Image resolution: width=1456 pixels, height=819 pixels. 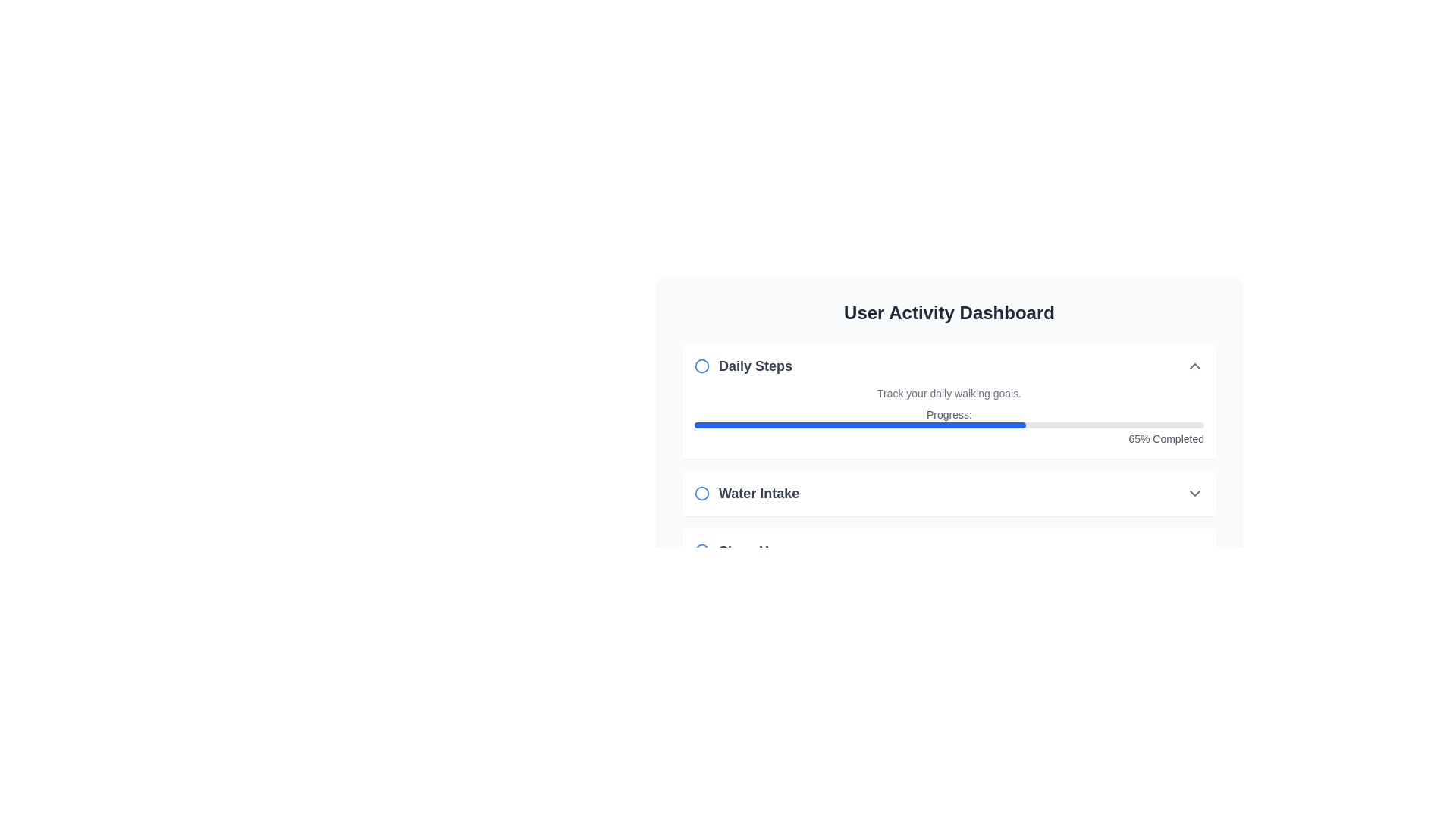 What do you see at coordinates (949, 425) in the screenshot?
I see `the horizontal progress bar with a rounded gray background and blue filled portion, located below the text 'Progress:' and above '65% Completed' in the 'Daily Steps' card of the User Activity Dashboard` at bounding box center [949, 425].